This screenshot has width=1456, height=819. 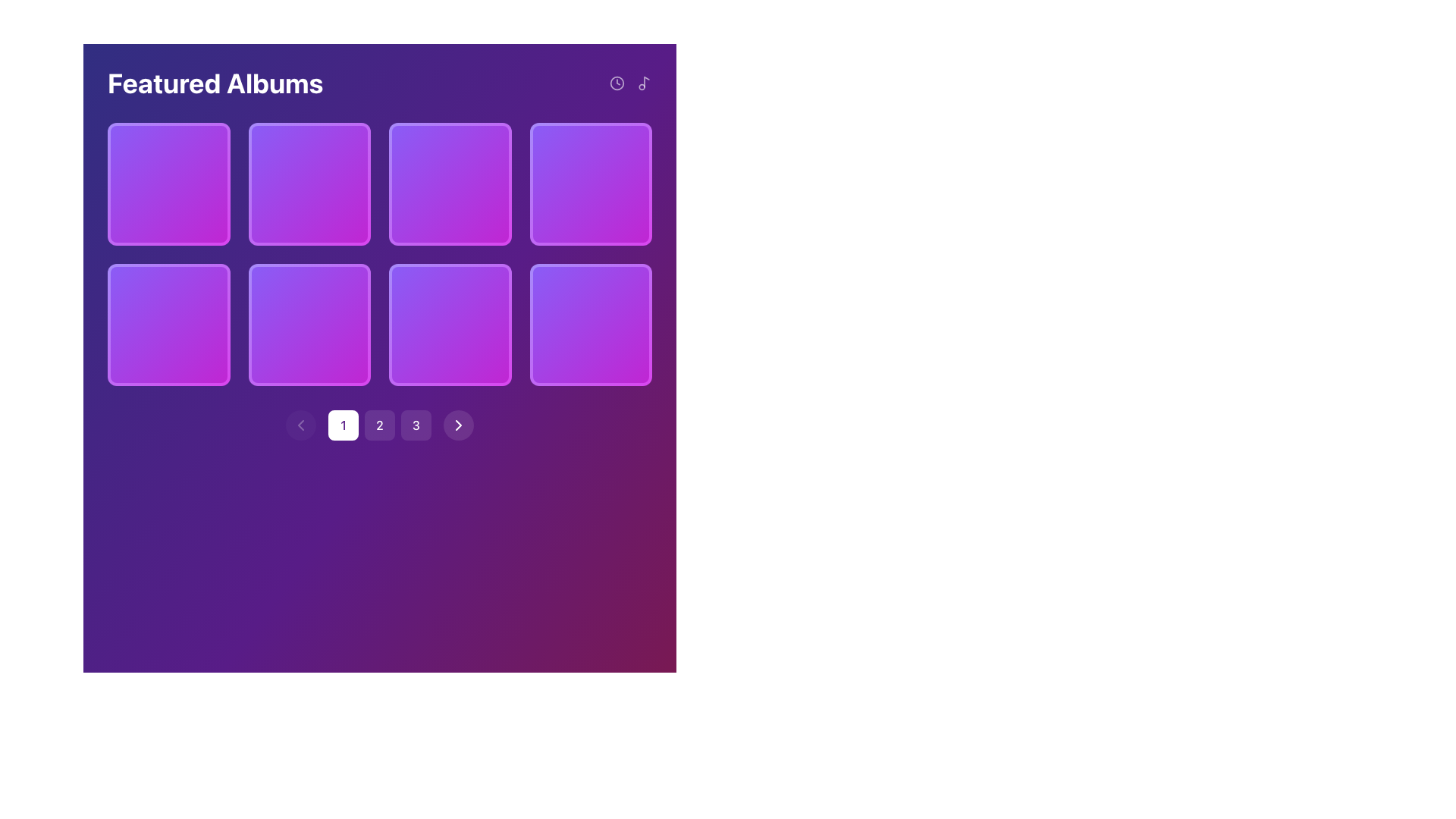 What do you see at coordinates (309, 183) in the screenshot?
I see `the vibrant gradient Clickable card in the 'Featured Albums' section` at bounding box center [309, 183].